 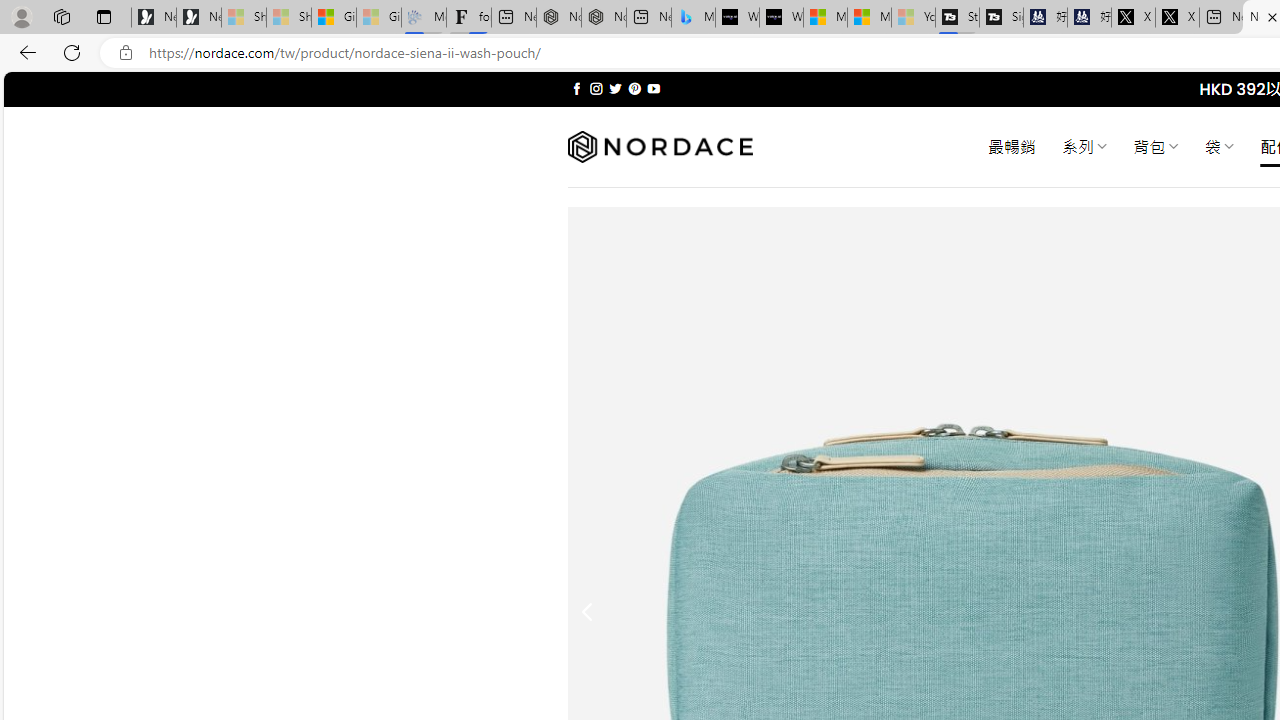 I want to click on 'Follow on Pinterest', so click(x=633, y=88).